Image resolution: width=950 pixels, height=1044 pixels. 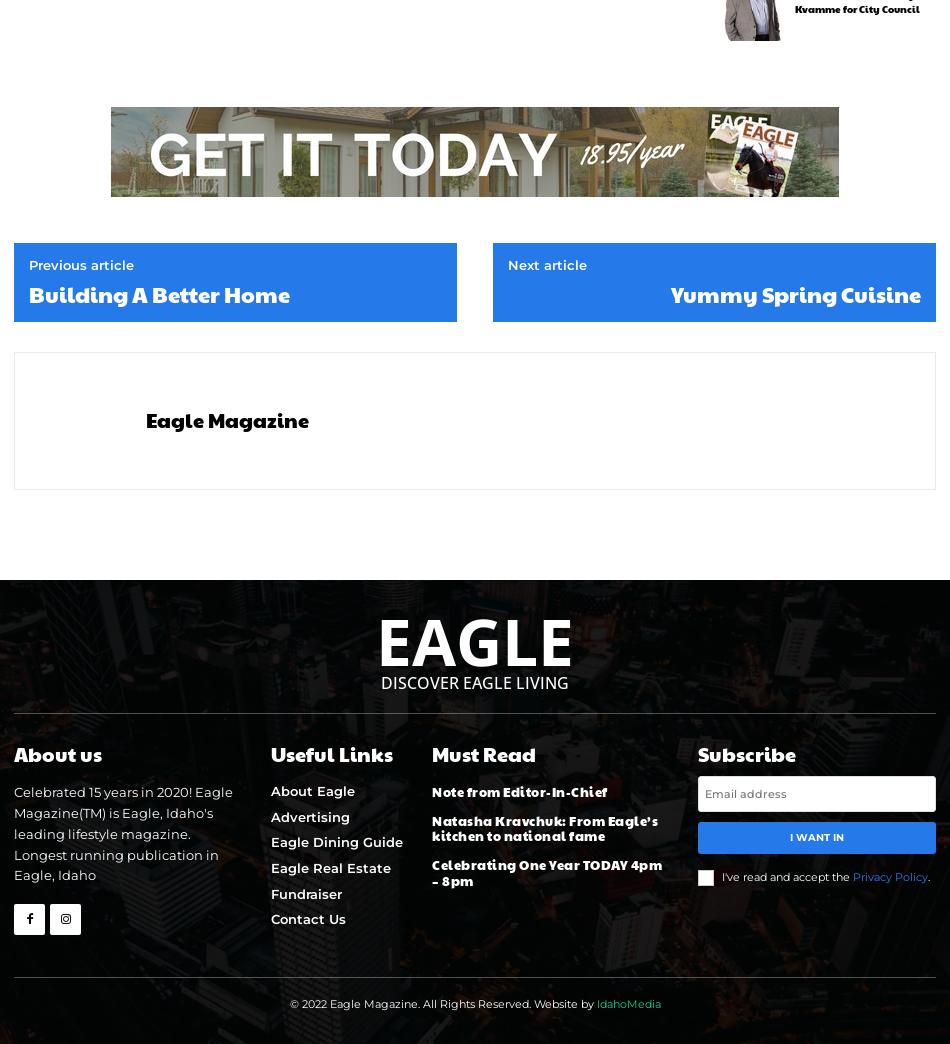 I want to click on 'Note from Editor-In-Chief', so click(x=519, y=790).